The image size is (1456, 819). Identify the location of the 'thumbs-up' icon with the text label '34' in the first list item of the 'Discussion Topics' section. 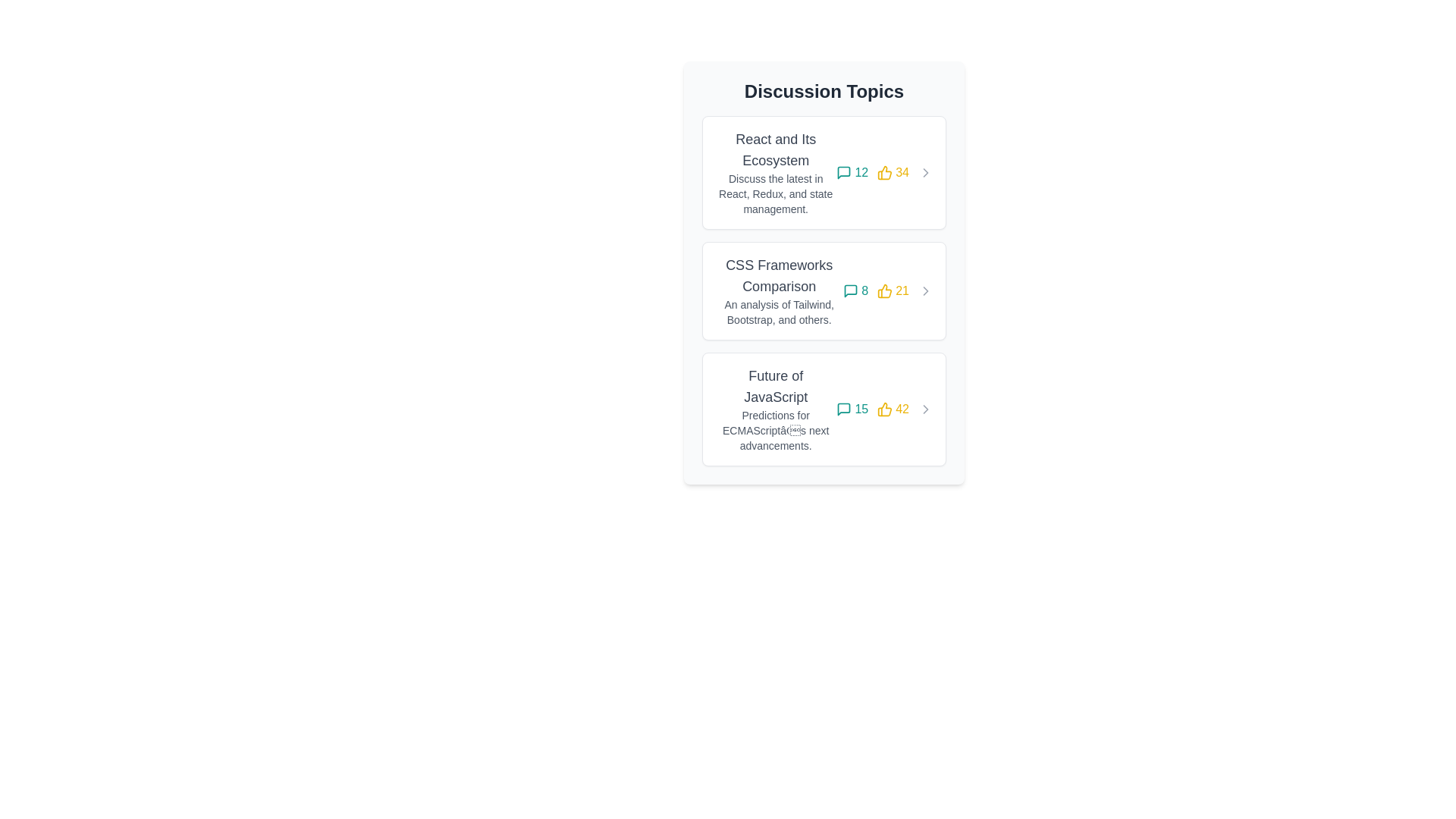
(893, 171).